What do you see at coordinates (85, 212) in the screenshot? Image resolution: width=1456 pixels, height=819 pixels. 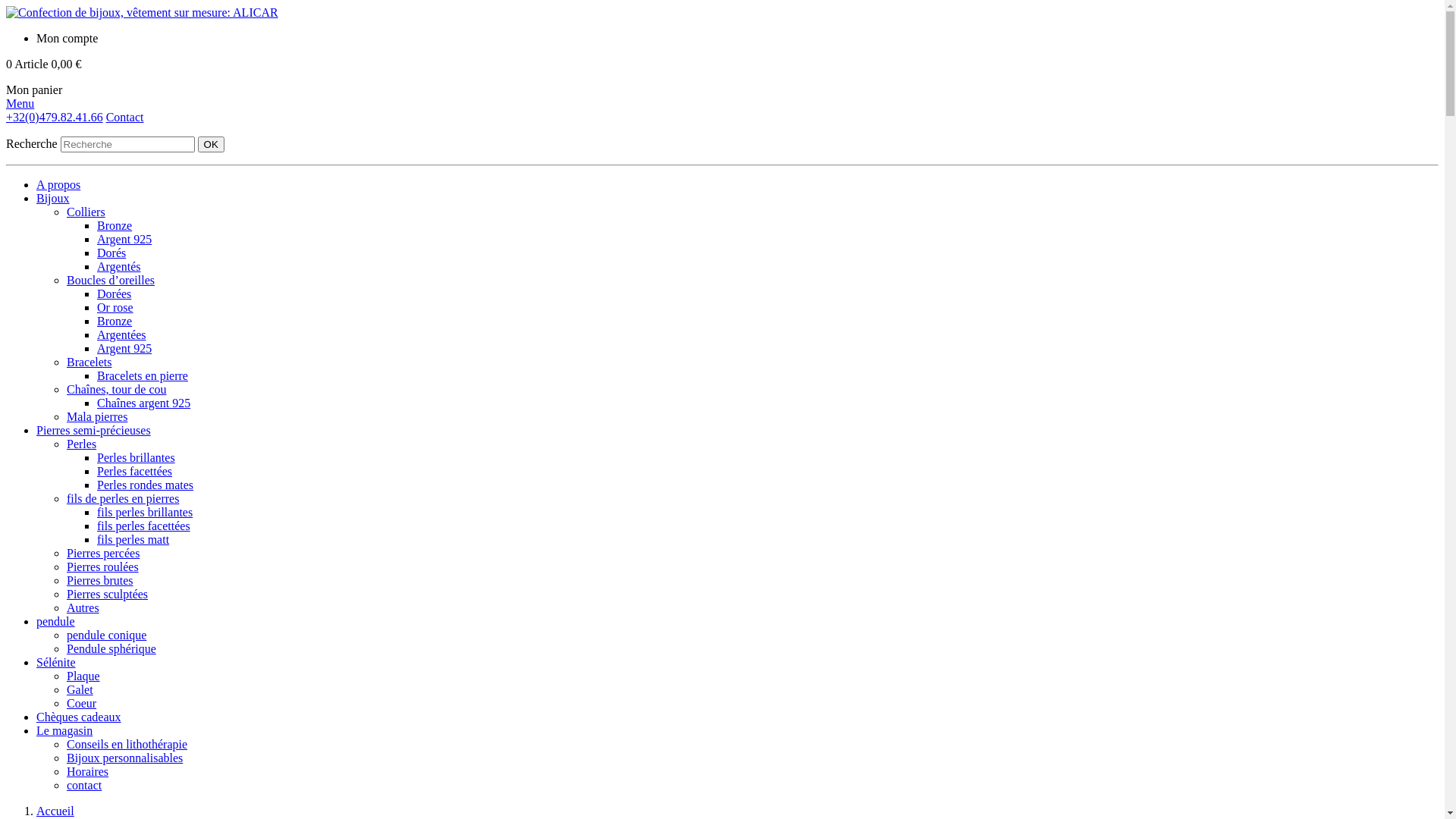 I see `'Colliers'` at bounding box center [85, 212].